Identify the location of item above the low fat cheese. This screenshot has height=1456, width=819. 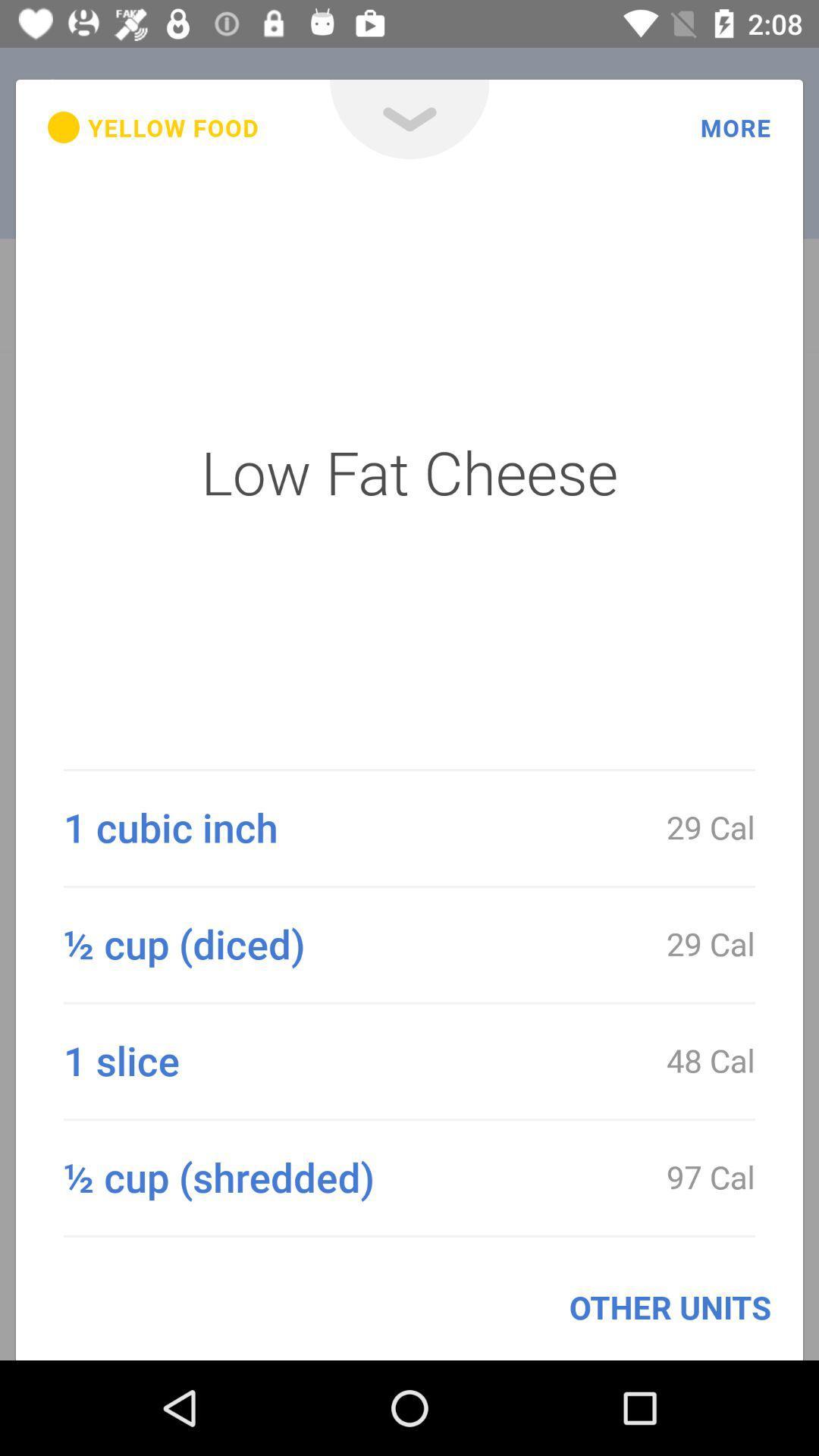
(153, 127).